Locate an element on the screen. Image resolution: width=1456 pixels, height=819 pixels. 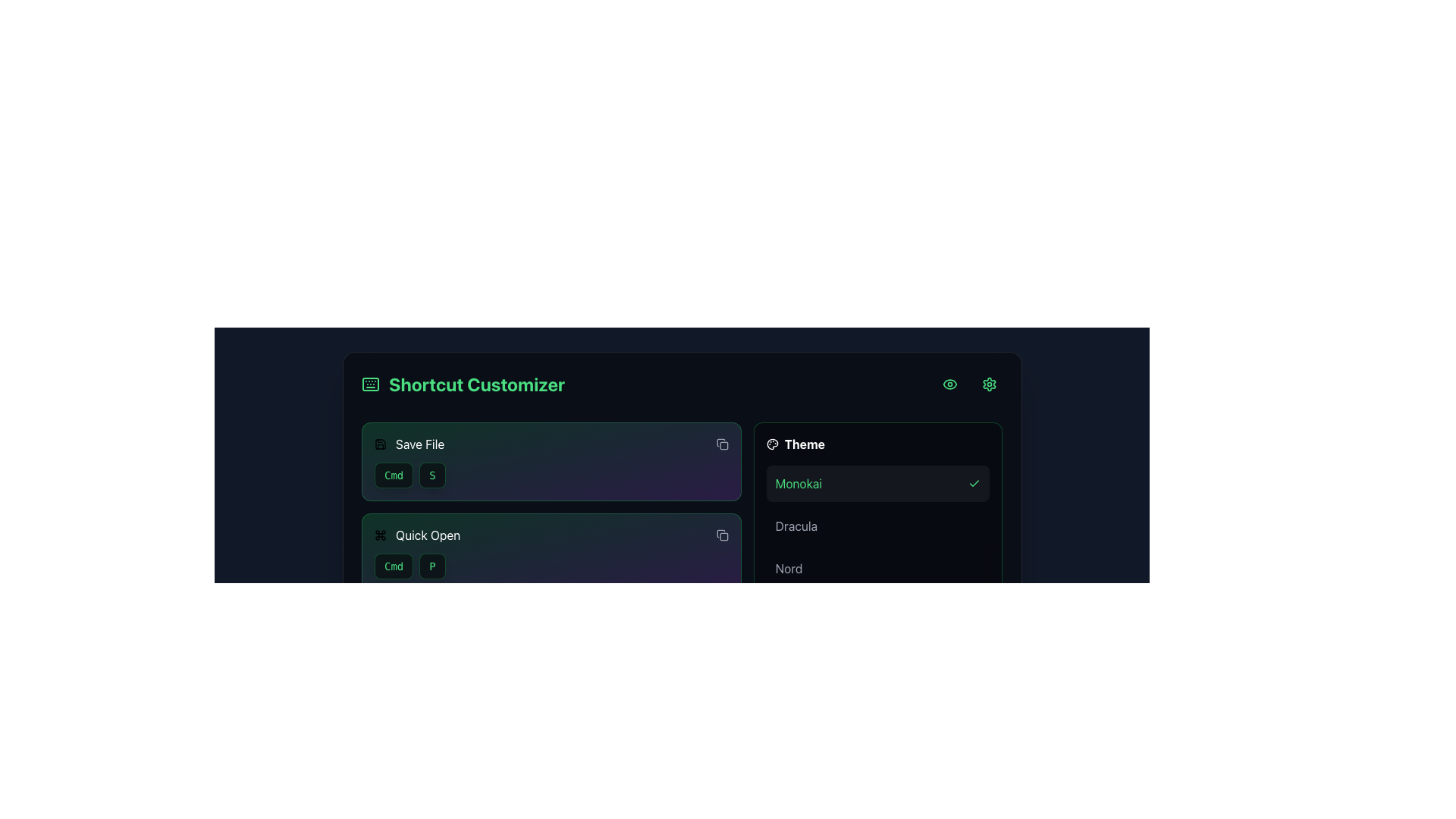
the green checkmark icon located at the right end of the list item labeled 'Monokai', which indicates selection status for this theme is located at coordinates (974, 483).